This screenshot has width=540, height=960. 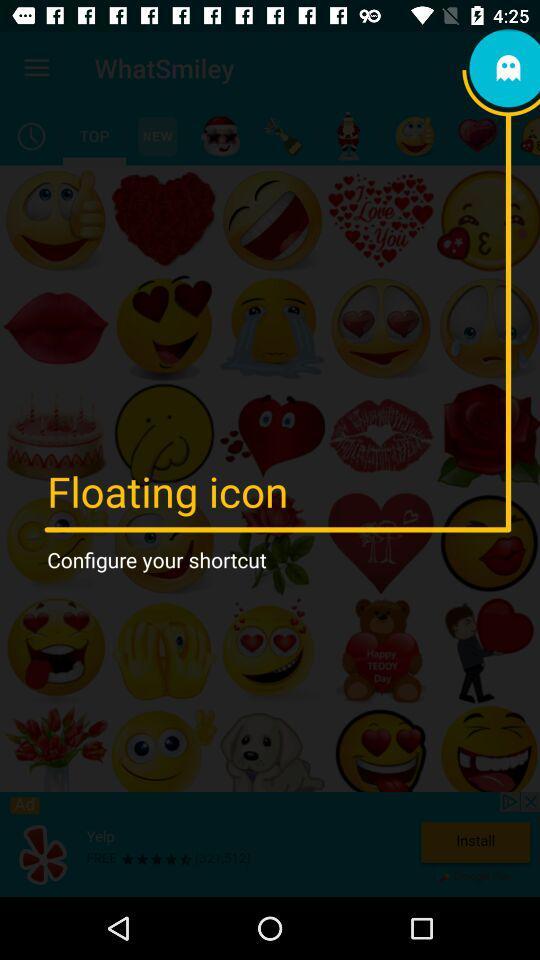 What do you see at coordinates (30, 135) in the screenshot?
I see `recently used emojis` at bounding box center [30, 135].